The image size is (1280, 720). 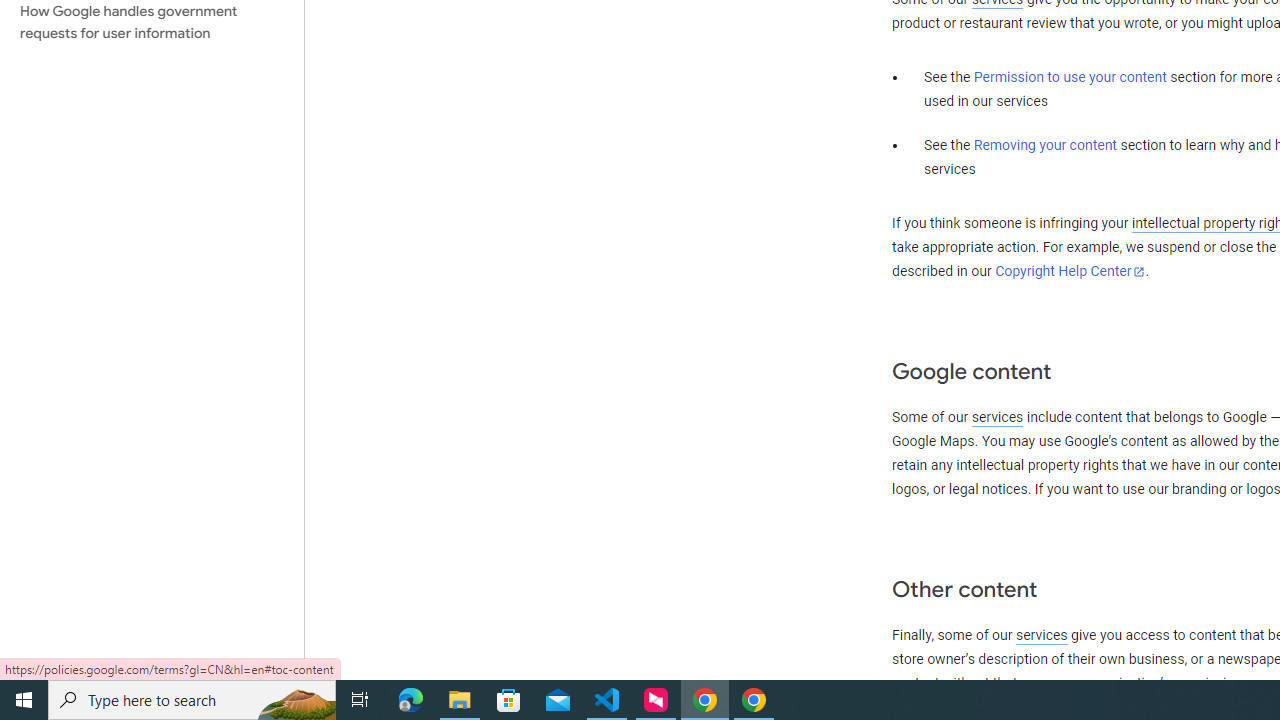 What do you see at coordinates (1069, 271) in the screenshot?
I see `'Copyright Help Center'` at bounding box center [1069, 271].